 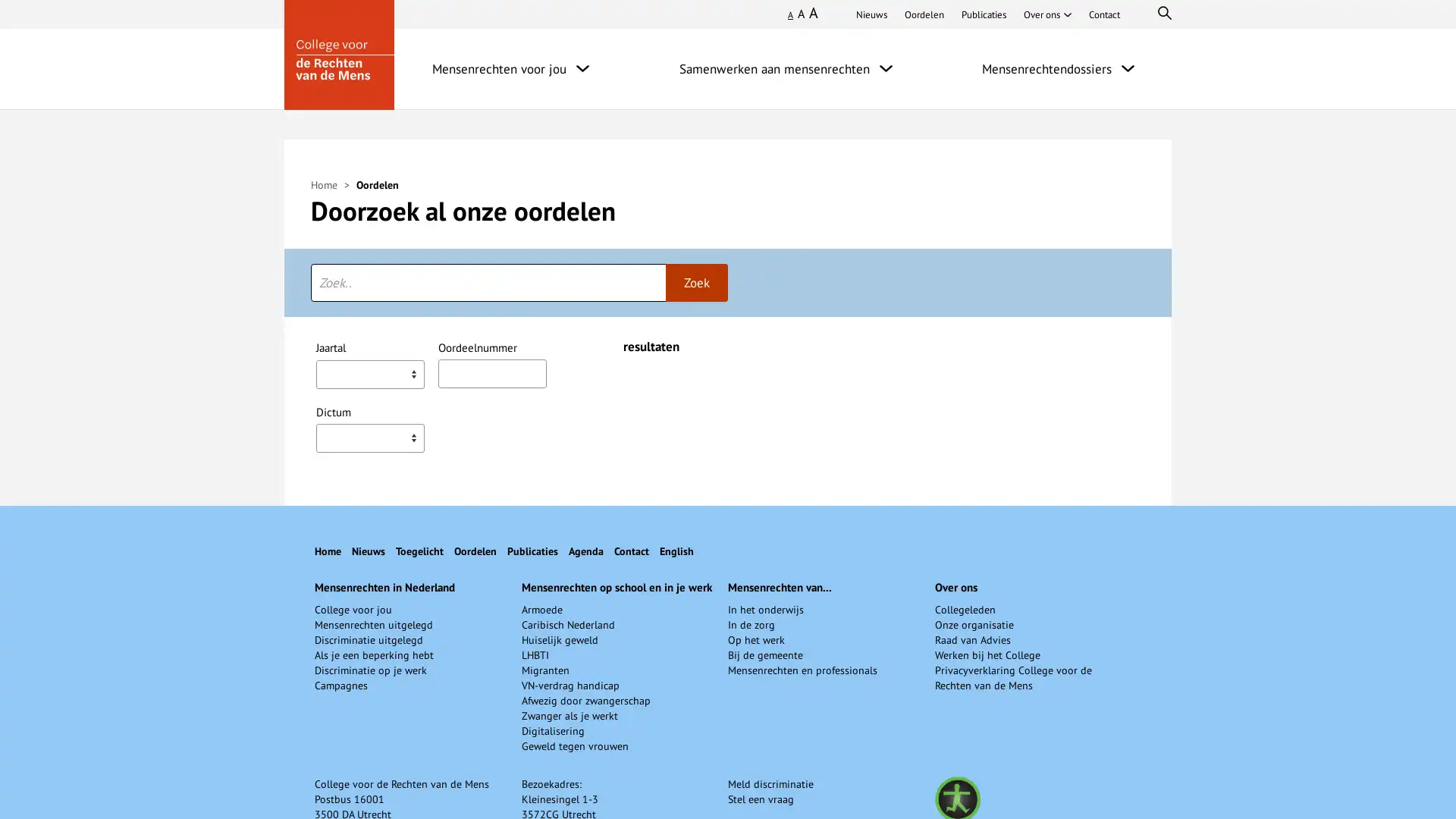 What do you see at coordinates (650, 793) in the screenshot?
I see `Sollicitatie` at bounding box center [650, 793].